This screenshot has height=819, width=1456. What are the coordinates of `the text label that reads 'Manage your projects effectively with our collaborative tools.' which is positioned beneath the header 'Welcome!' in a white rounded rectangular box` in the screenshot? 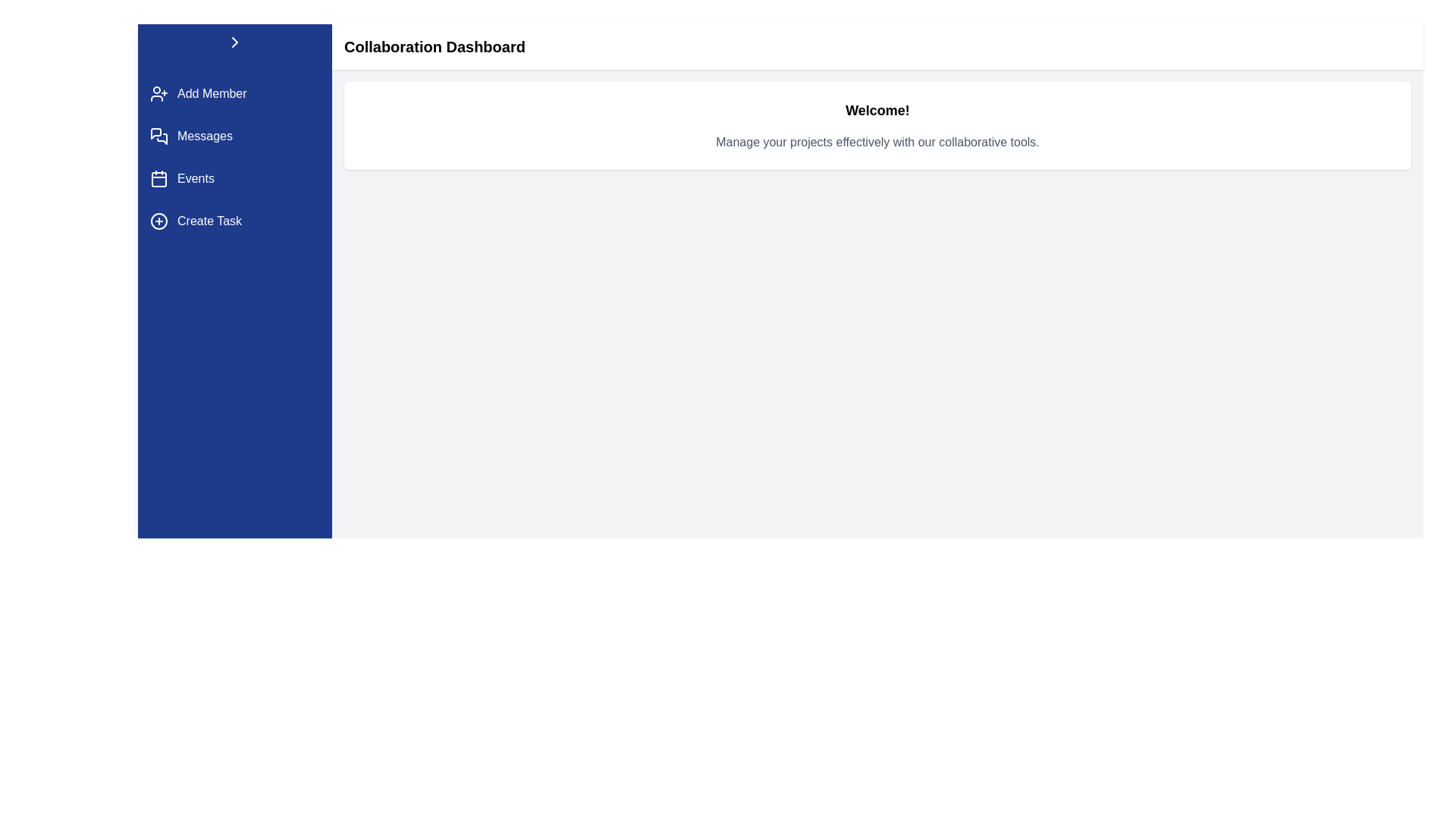 It's located at (877, 143).